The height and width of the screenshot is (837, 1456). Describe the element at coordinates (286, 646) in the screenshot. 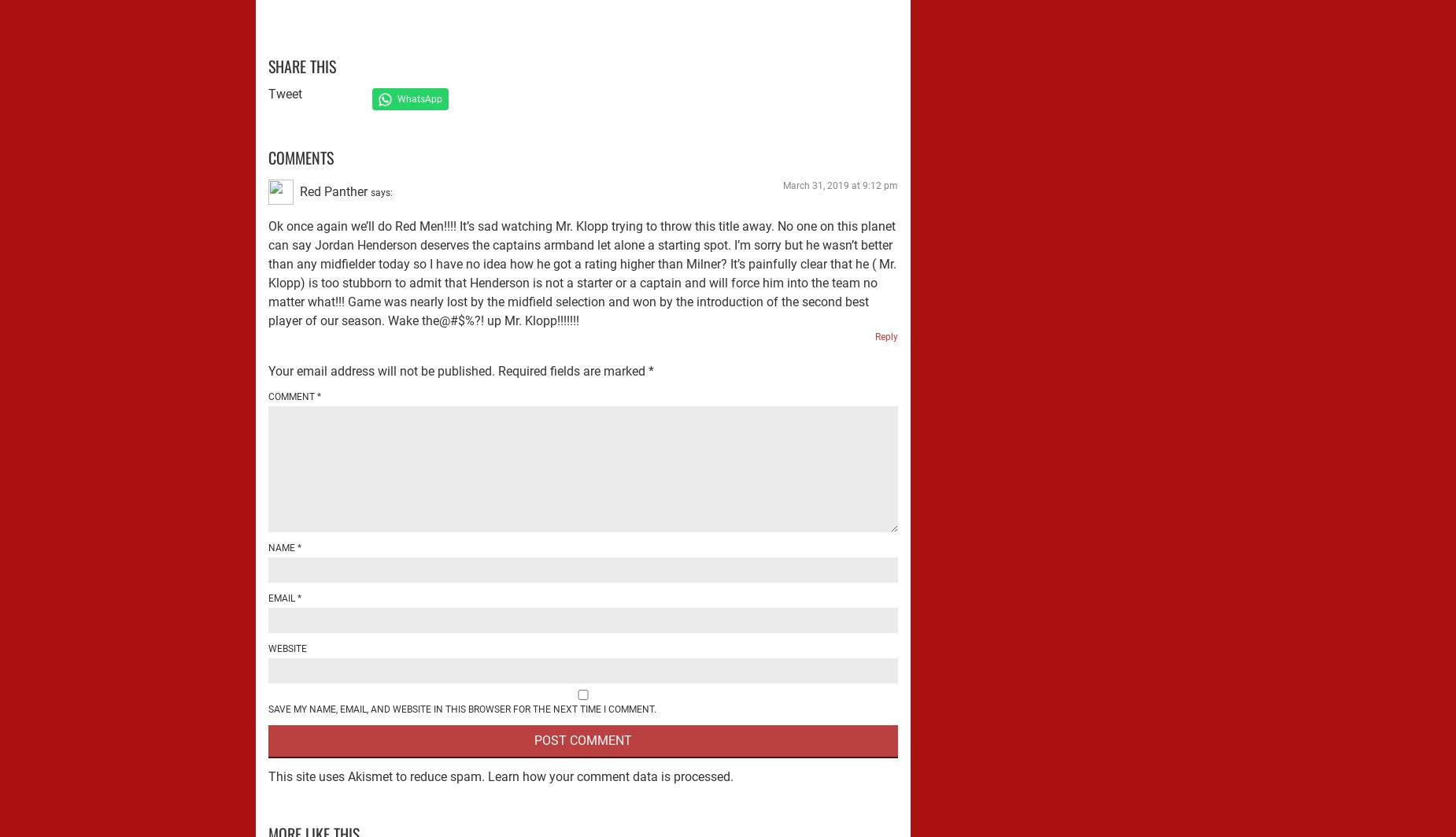

I see `'Website'` at that location.